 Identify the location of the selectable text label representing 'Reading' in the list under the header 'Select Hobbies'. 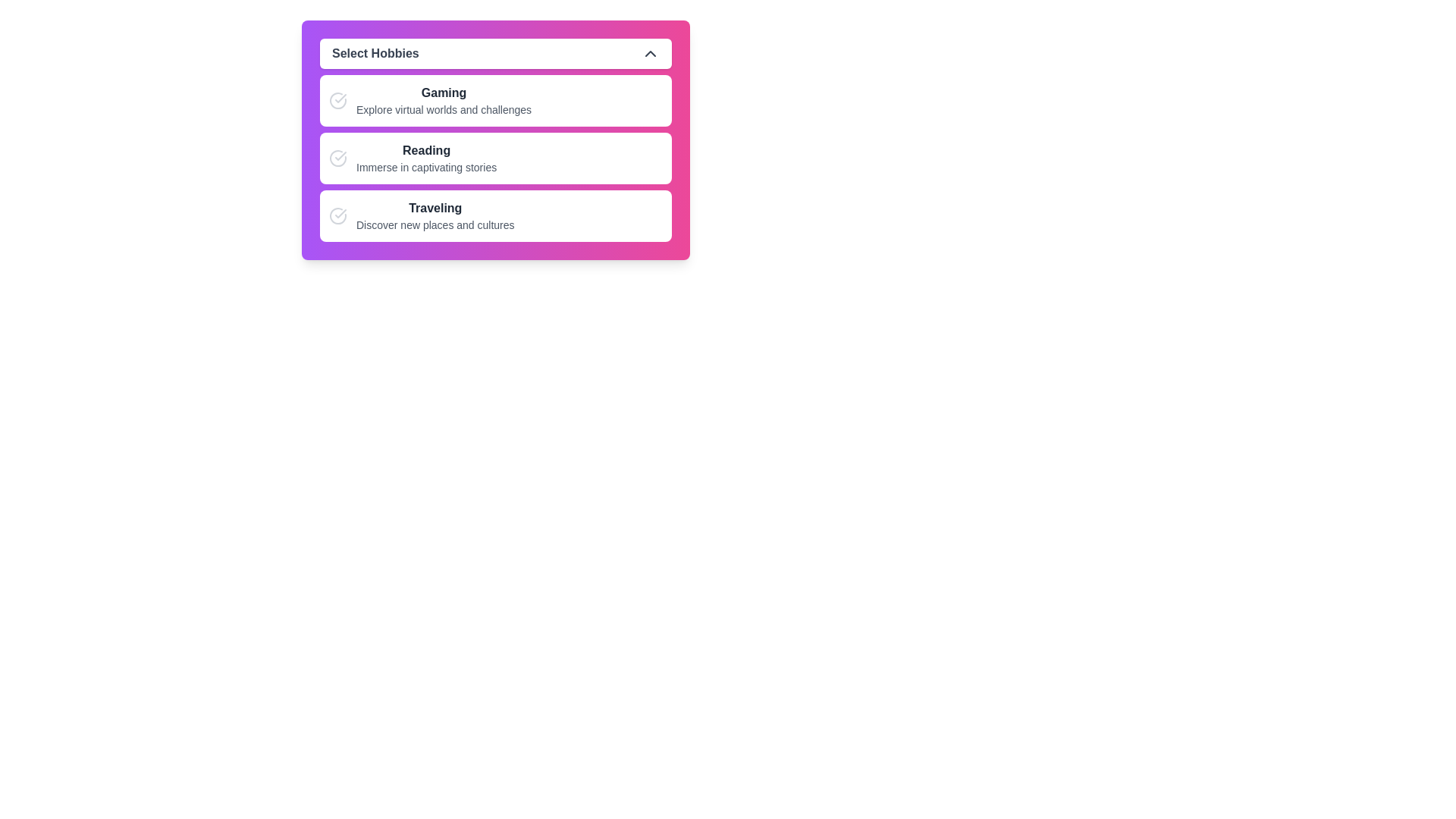
(425, 158).